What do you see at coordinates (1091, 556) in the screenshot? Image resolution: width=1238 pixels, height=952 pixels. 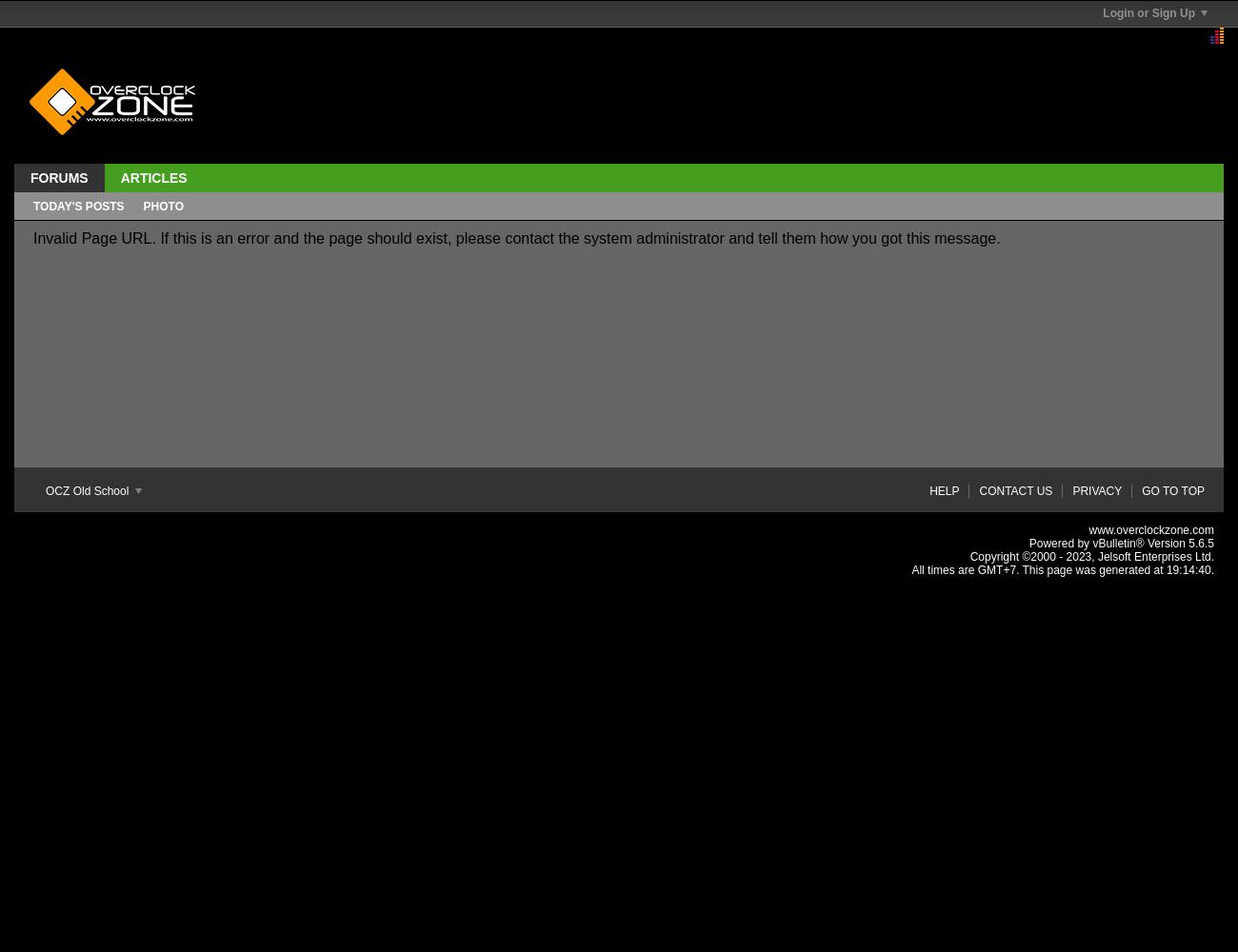 I see `'Copyright ©2000 - 2023, Jelsoft Enterprises Ltd.'` at bounding box center [1091, 556].